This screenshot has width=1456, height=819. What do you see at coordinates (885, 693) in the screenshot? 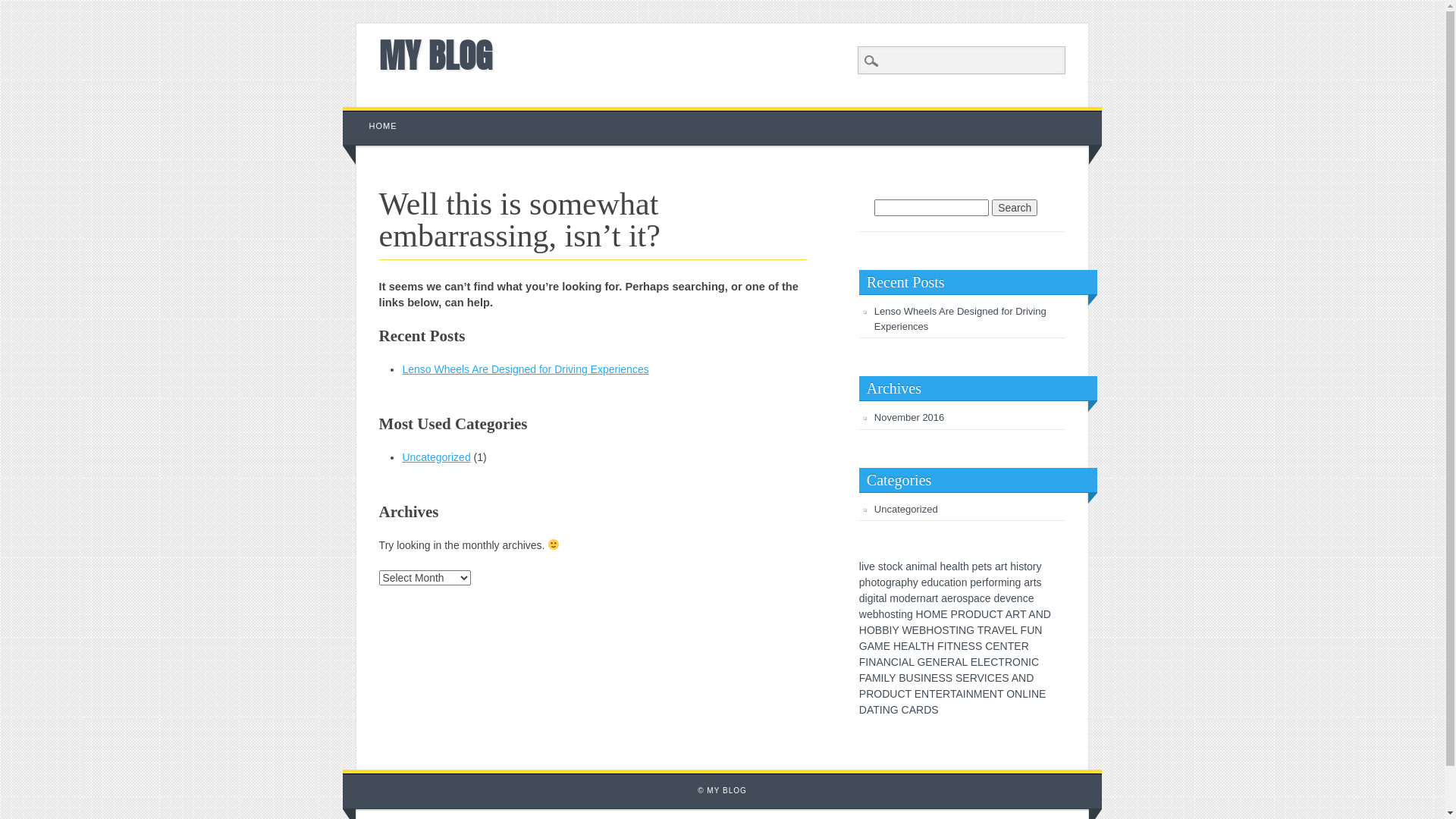
I see `'D'` at bounding box center [885, 693].